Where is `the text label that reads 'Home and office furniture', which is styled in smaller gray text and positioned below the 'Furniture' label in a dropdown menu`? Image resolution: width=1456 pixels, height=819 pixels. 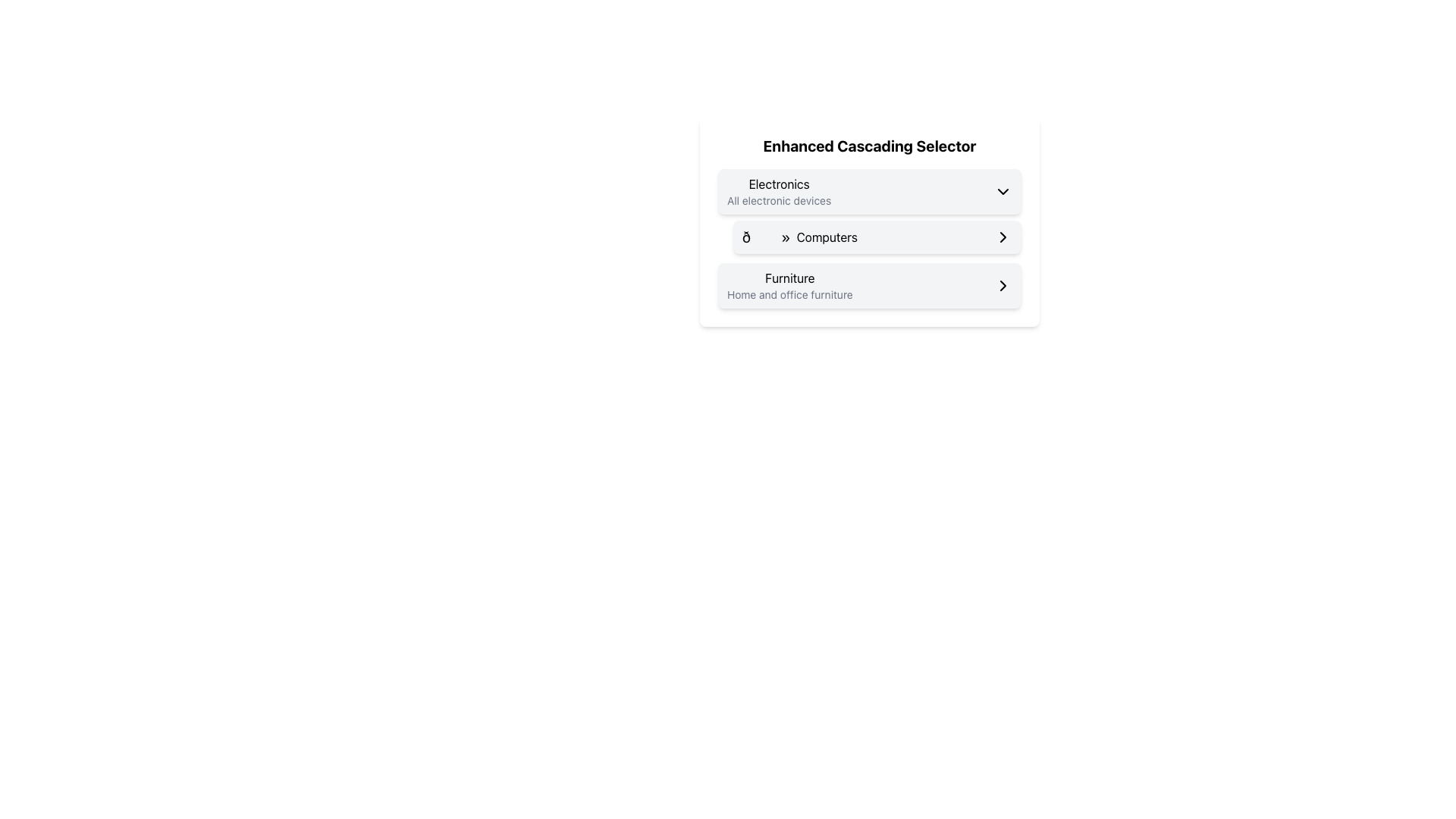 the text label that reads 'Home and office furniture', which is styled in smaller gray text and positioned below the 'Furniture' label in a dropdown menu is located at coordinates (789, 295).